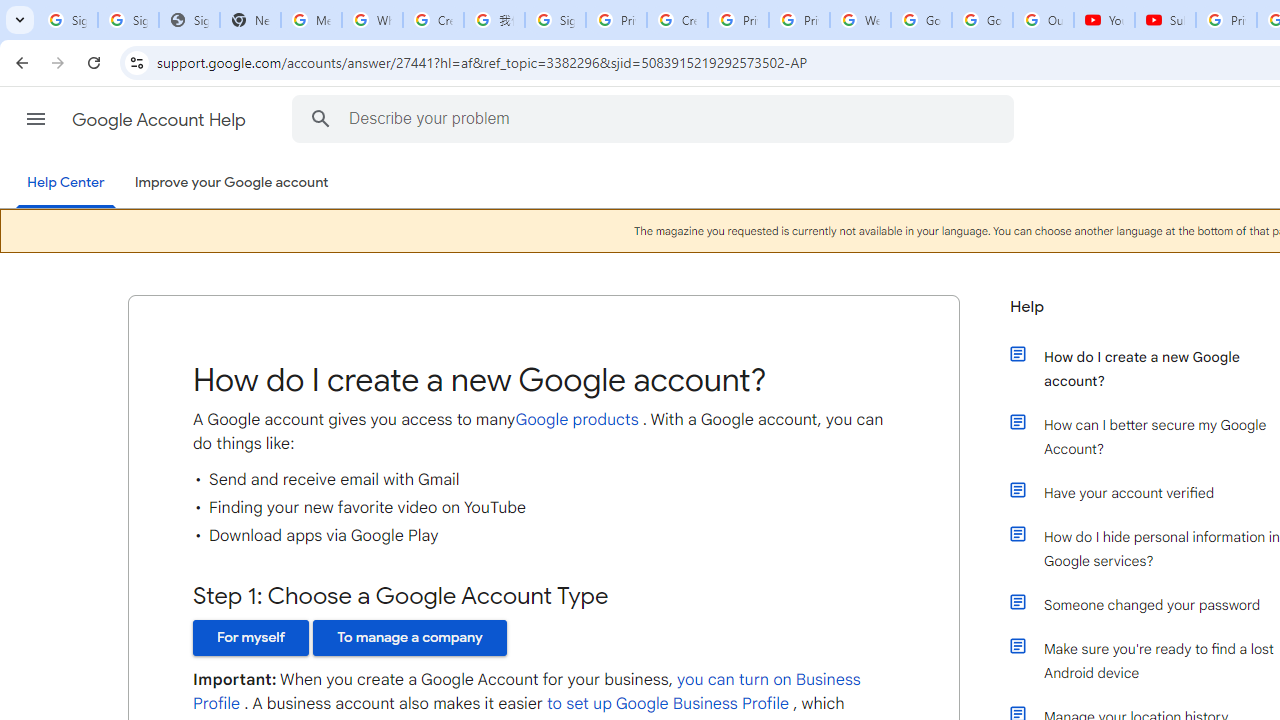 This screenshot has width=1280, height=720. What do you see at coordinates (189, 20) in the screenshot?
I see `'Sign In - USA TODAY'` at bounding box center [189, 20].